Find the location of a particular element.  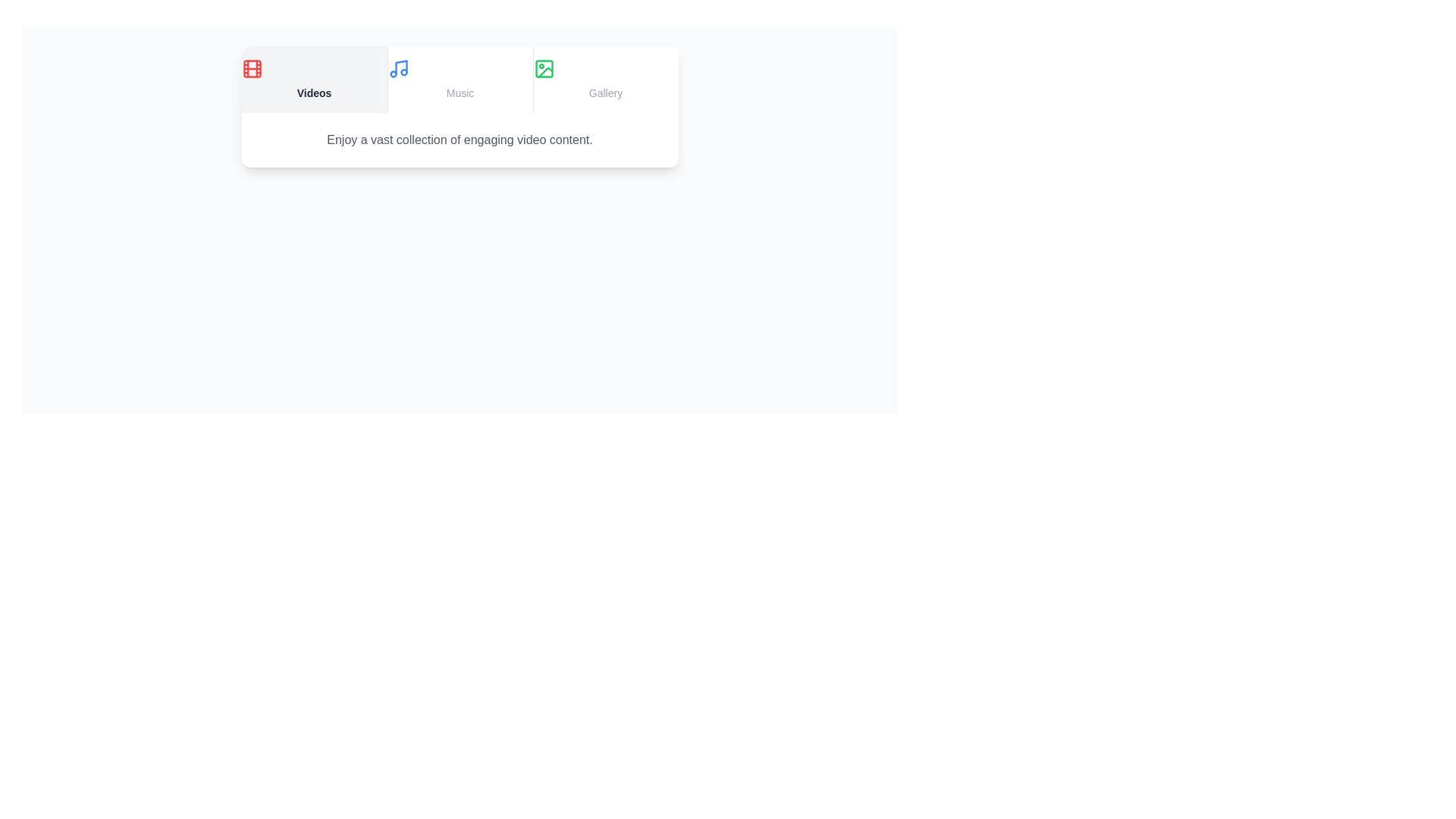

the Videos tab by clicking on its button is located at coordinates (313, 79).